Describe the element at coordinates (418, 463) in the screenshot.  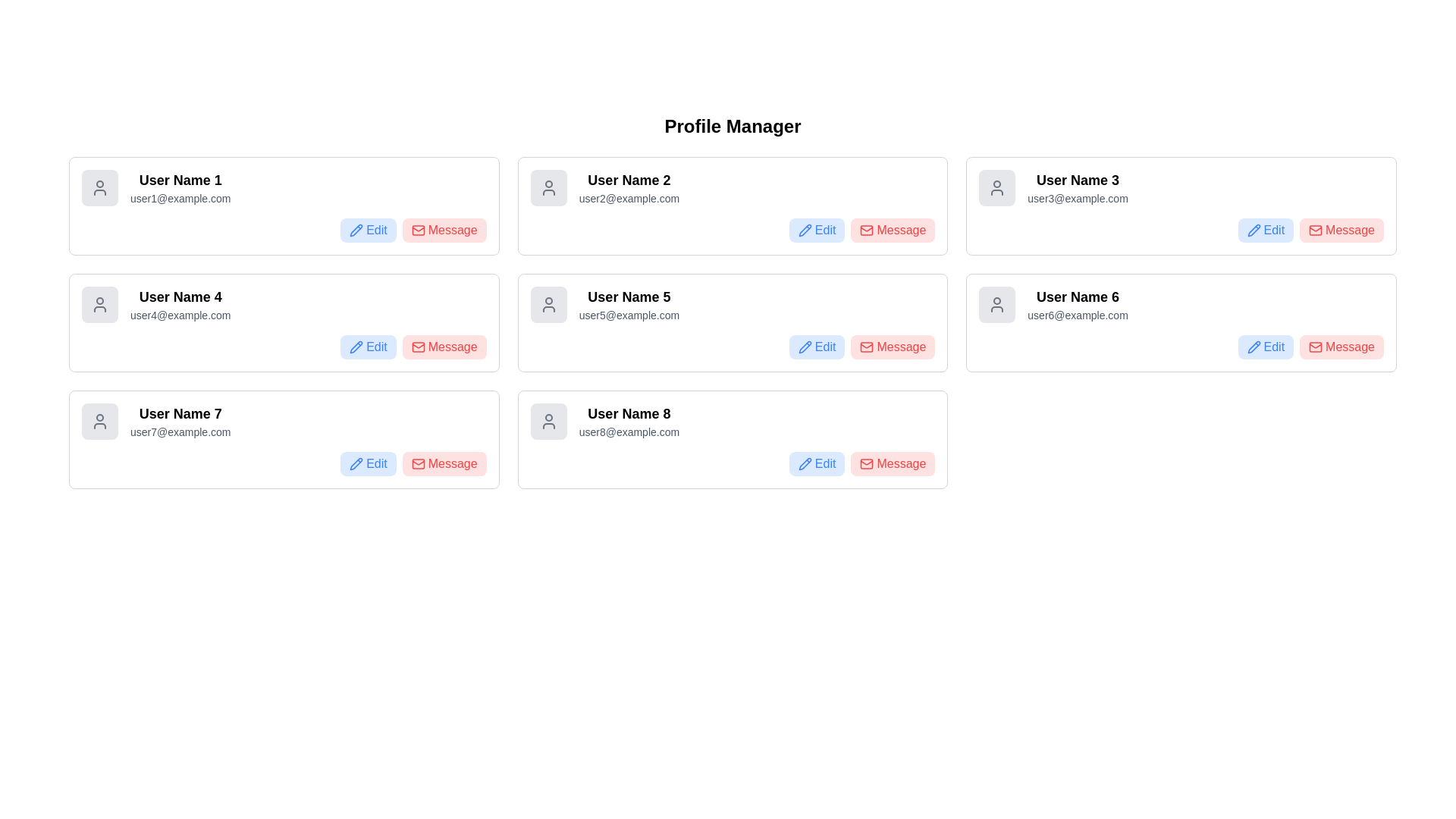
I see `the decorative graphic element that resembles an envelope, which is part of the 'Message' button beneath the profile entry for 'User Name 7'` at that location.